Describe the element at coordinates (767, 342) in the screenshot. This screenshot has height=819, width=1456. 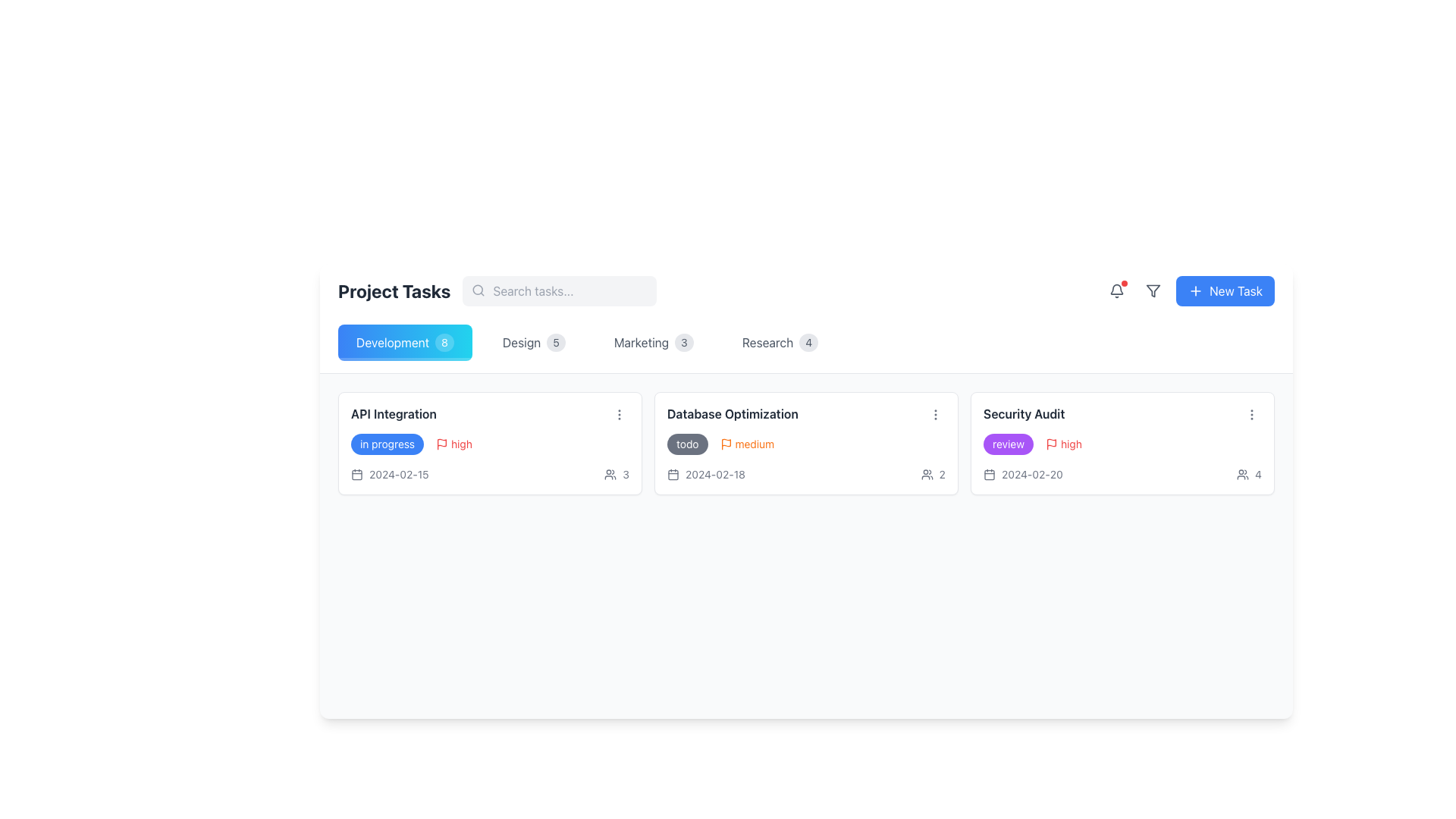
I see `the 'Research' text label` at that location.